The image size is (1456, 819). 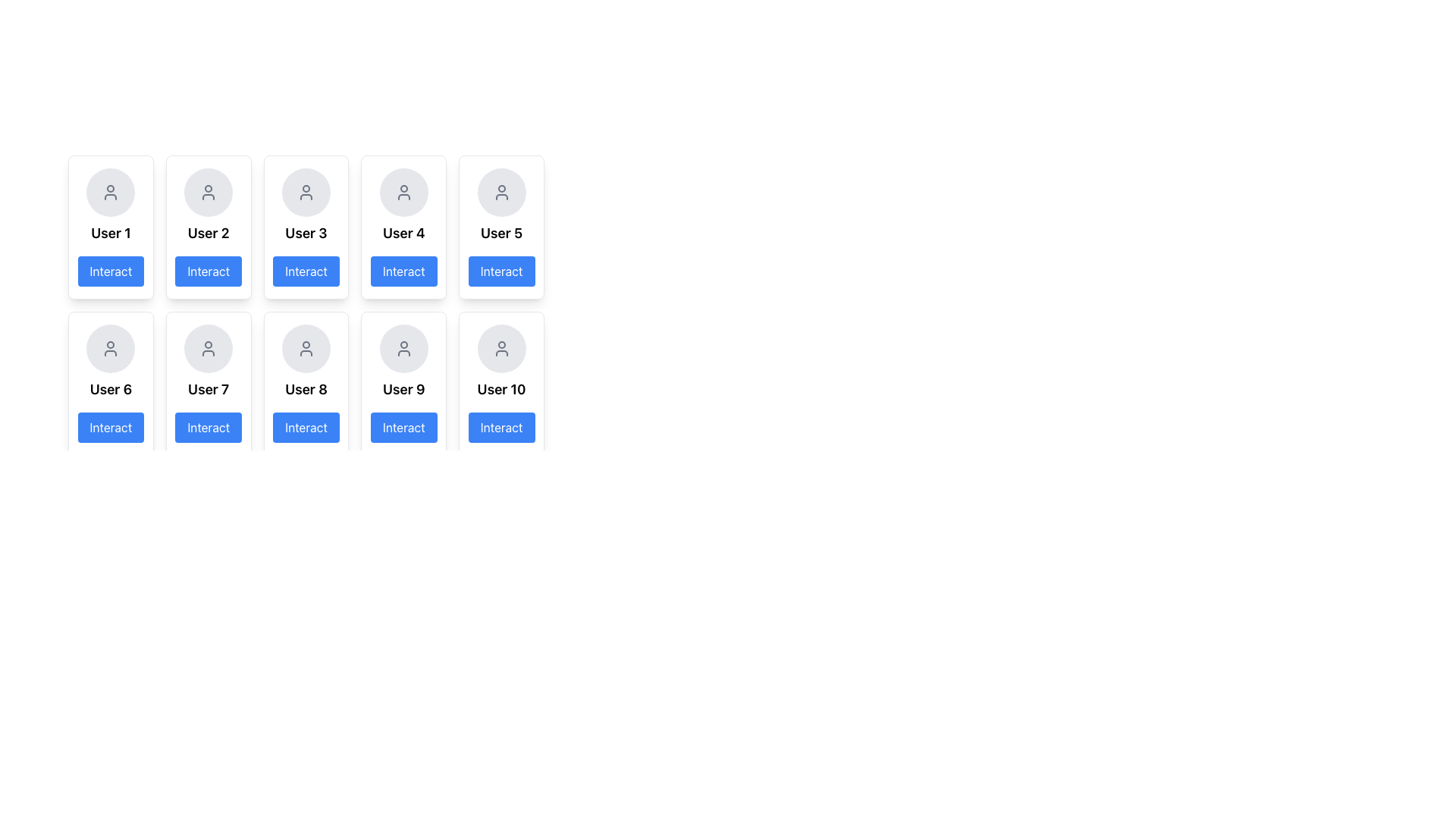 I want to click on the button located at the bottom center of the user card labeled 'User 3', so click(x=305, y=271).